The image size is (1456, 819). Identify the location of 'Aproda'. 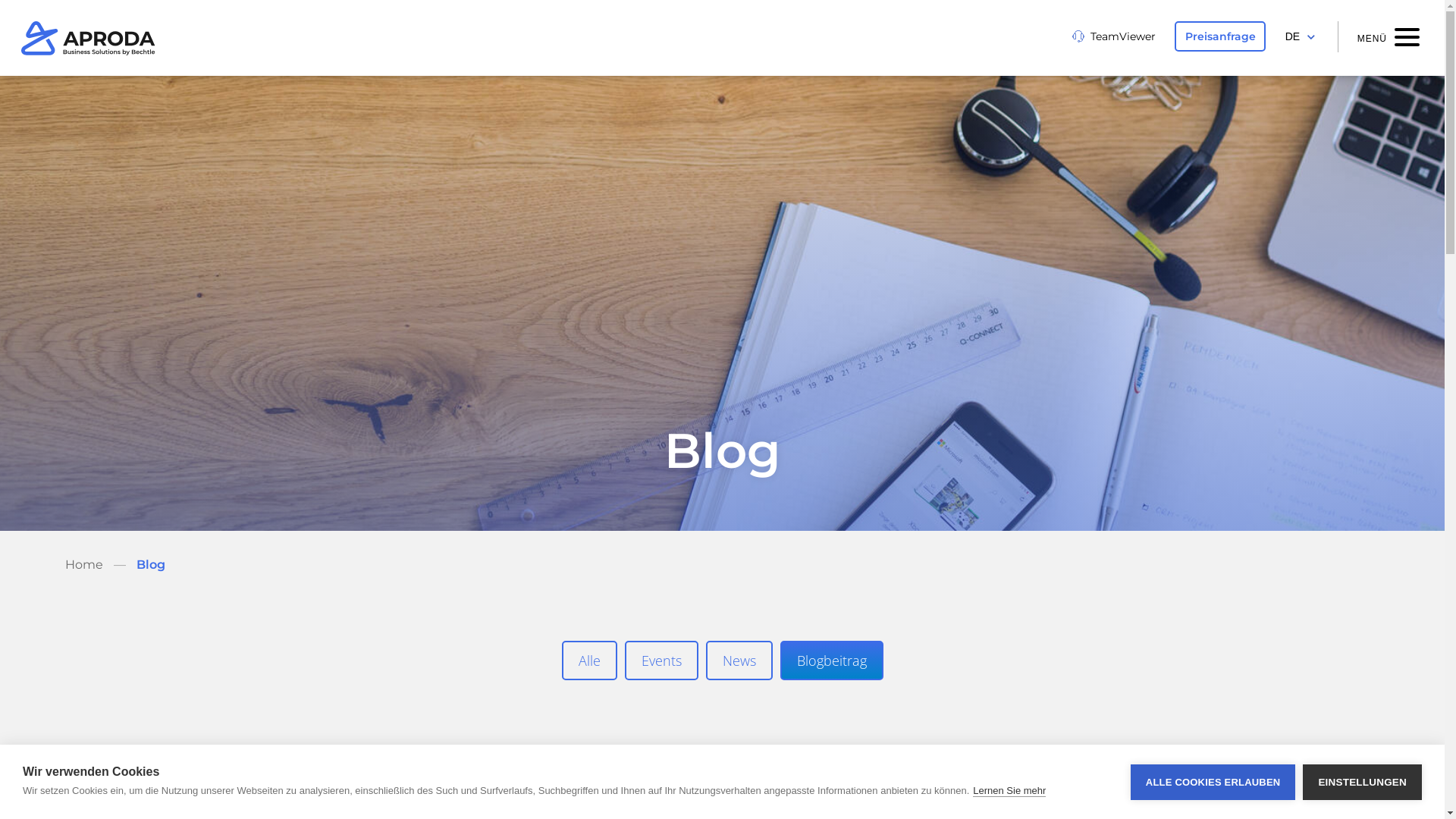
(21, 37).